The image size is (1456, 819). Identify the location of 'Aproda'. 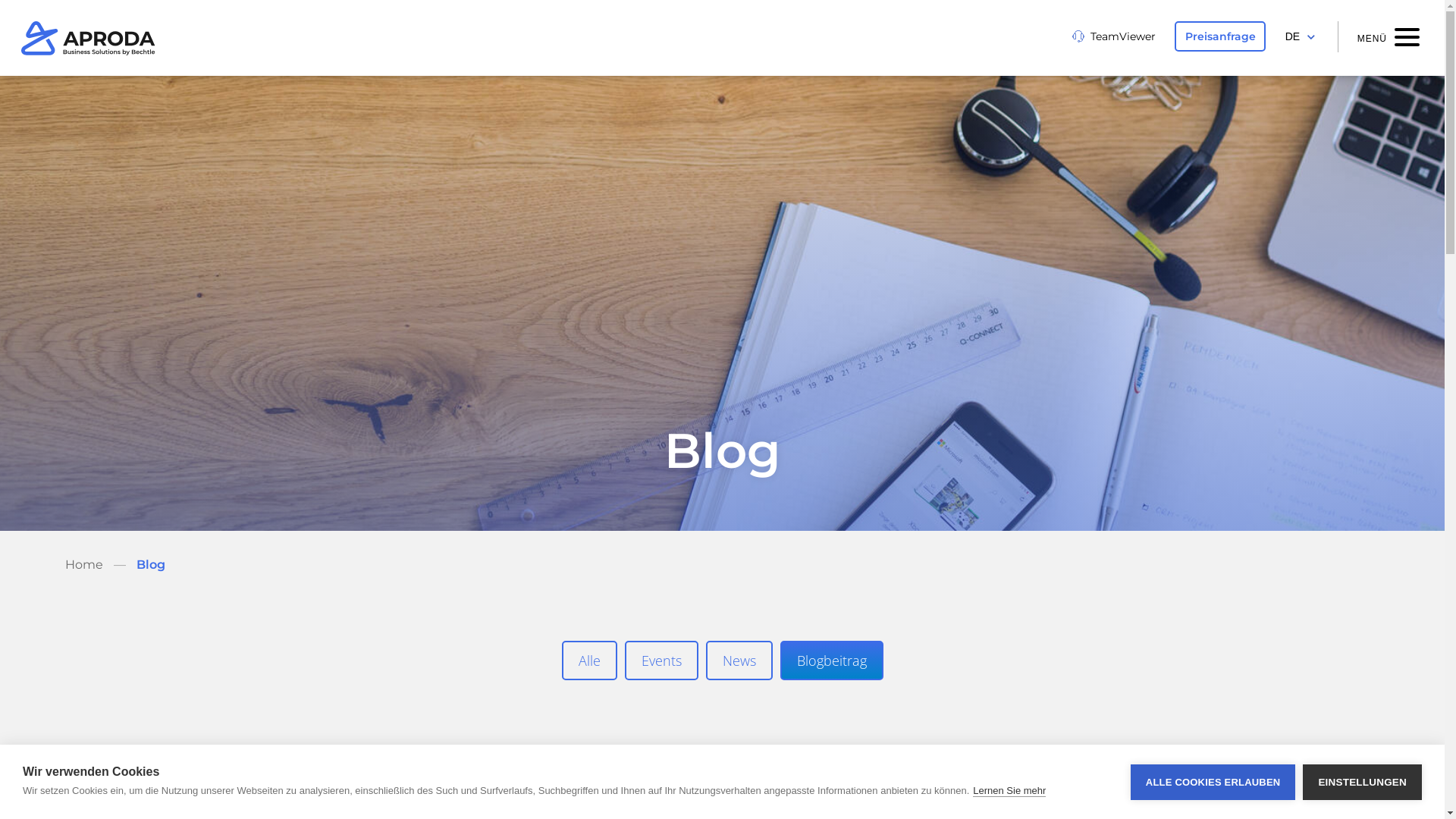
(21, 37).